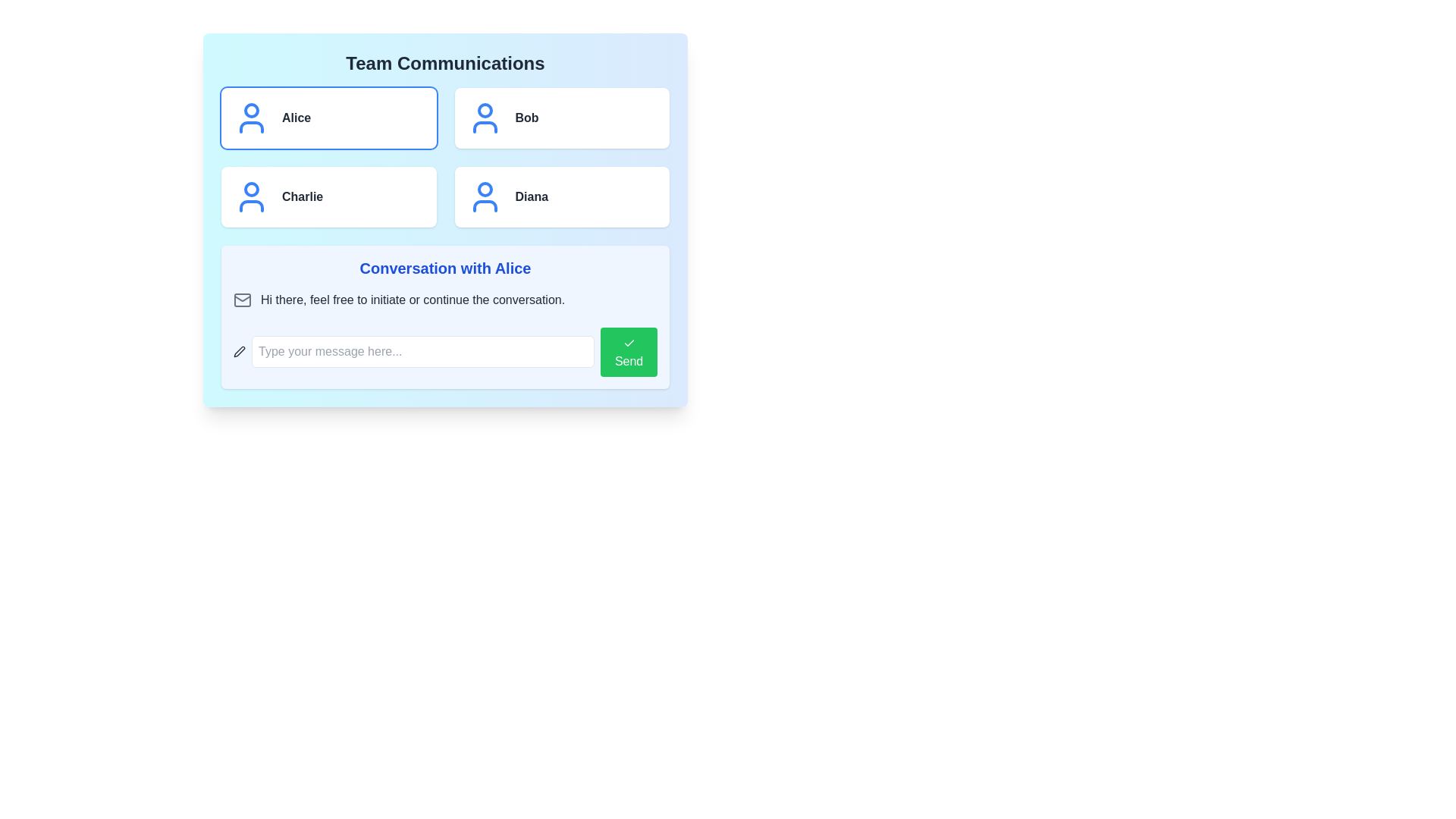 The width and height of the screenshot is (1456, 819). Describe the element at coordinates (484, 110) in the screenshot. I see `the circular graphical element representing the head of user 'Bob' in the upper-right cell of the grid below 'Team Communications.'` at that location.